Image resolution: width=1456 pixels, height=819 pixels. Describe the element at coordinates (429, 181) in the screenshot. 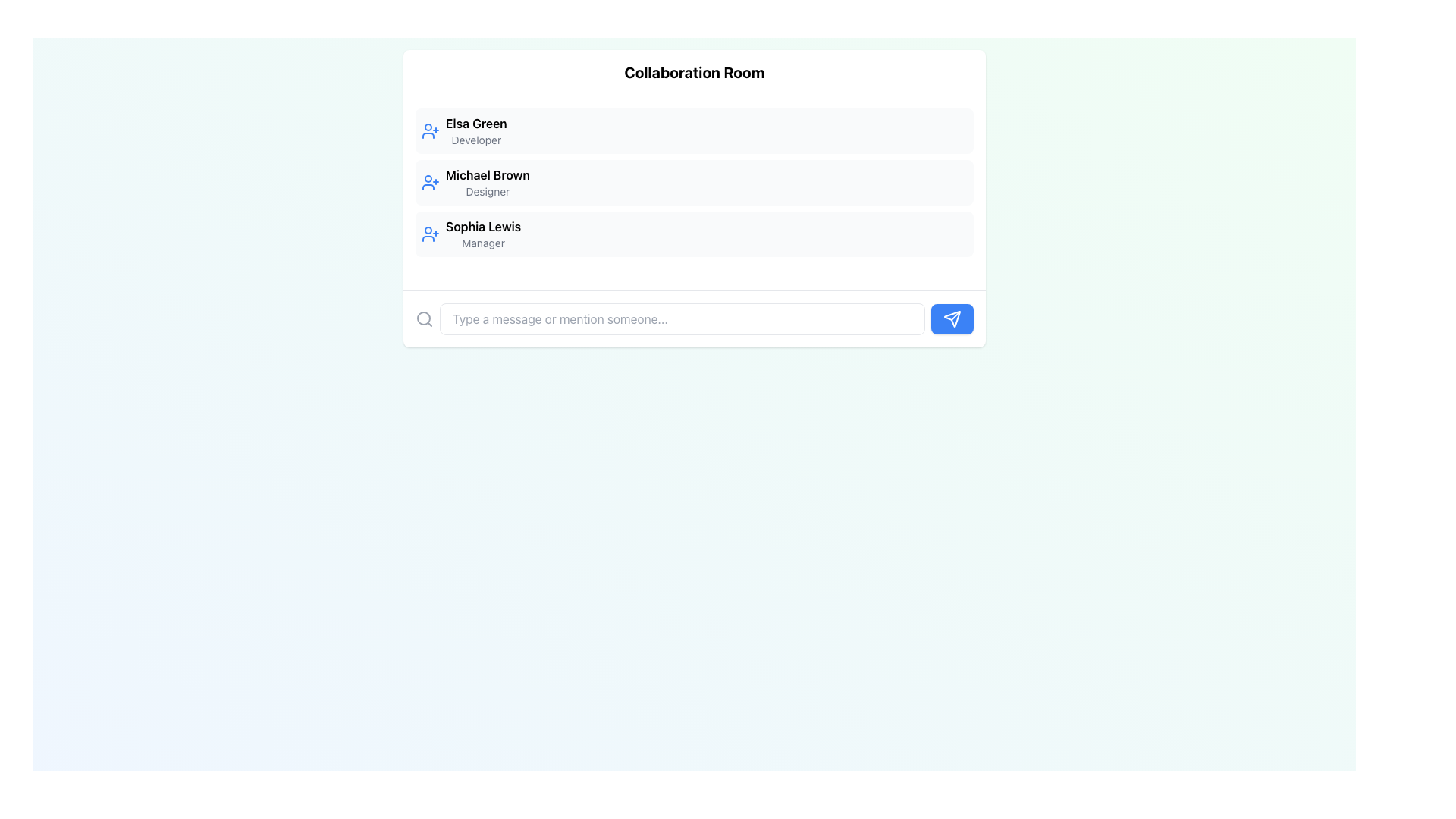

I see `the blue icon button of a person with a plus sign, located on the left side of 'Michael Brown, Designer' in the Collaboration Room section` at that location.